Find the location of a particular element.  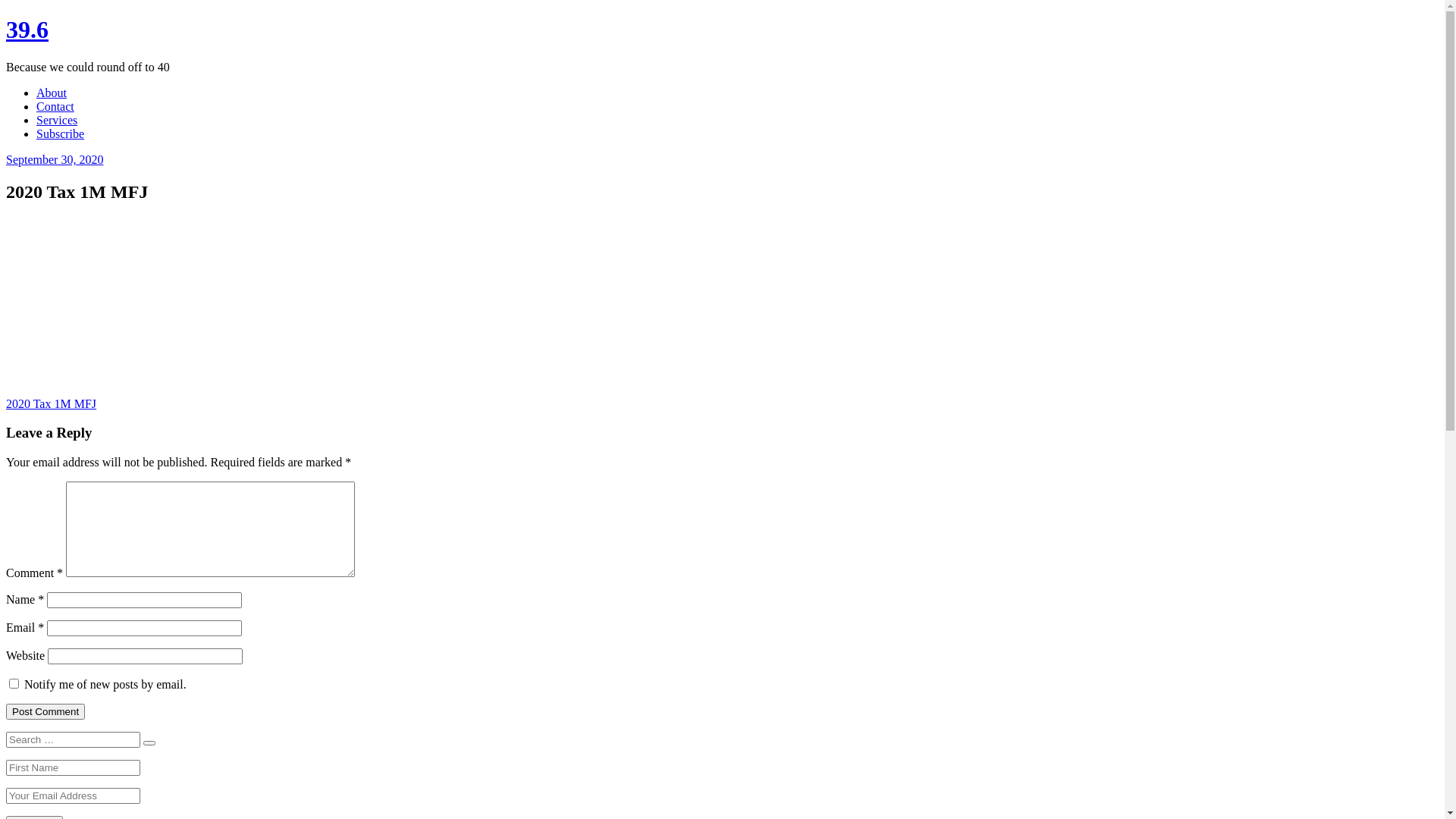

'Post Comment' is located at coordinates (45, 711).